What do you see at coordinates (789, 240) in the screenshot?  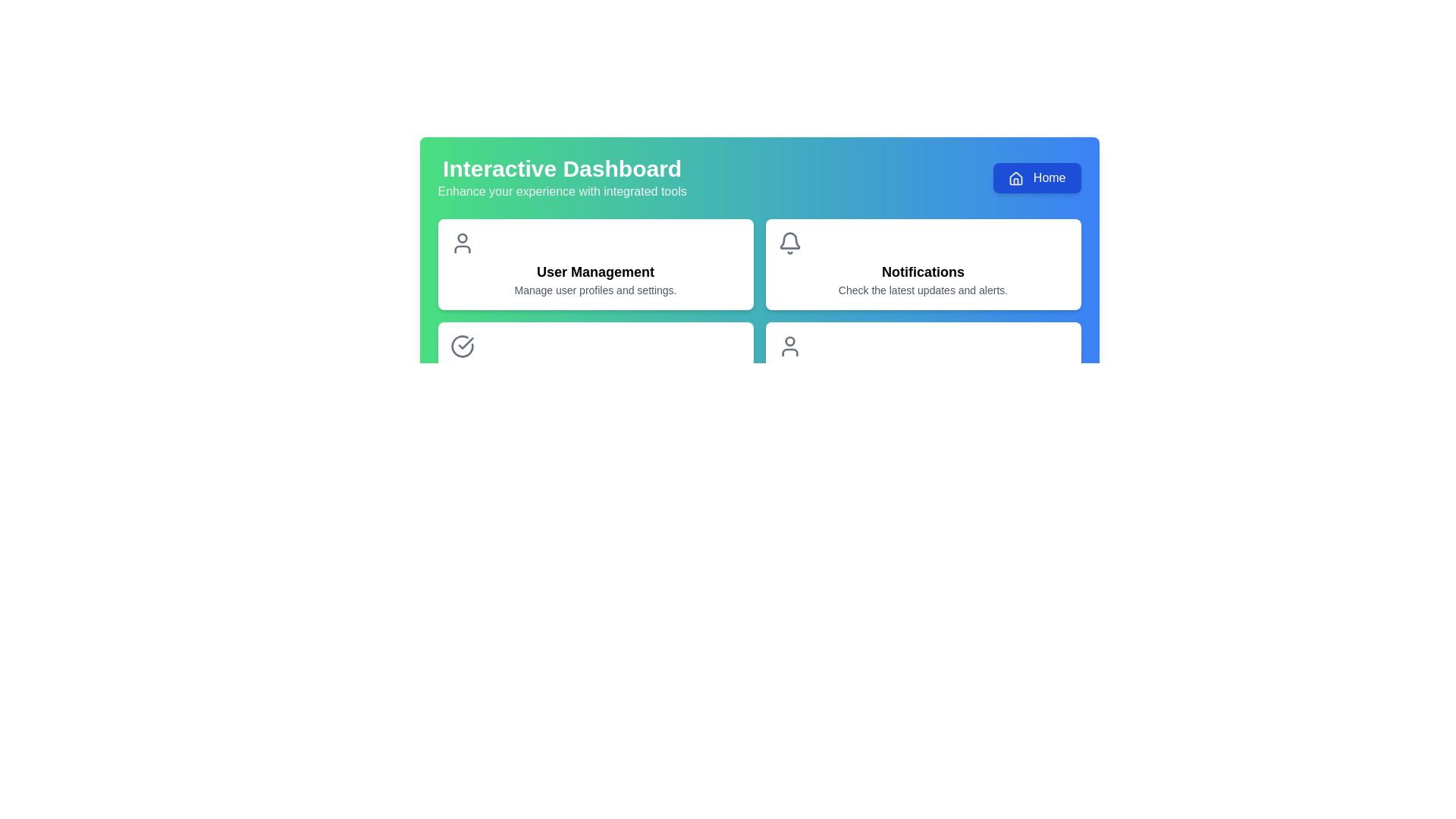 I see `the presence of the gray bell-shaped notification icon located in the top right section of the layout, below the title 'Notifications'` at bounding box center [789, 240].